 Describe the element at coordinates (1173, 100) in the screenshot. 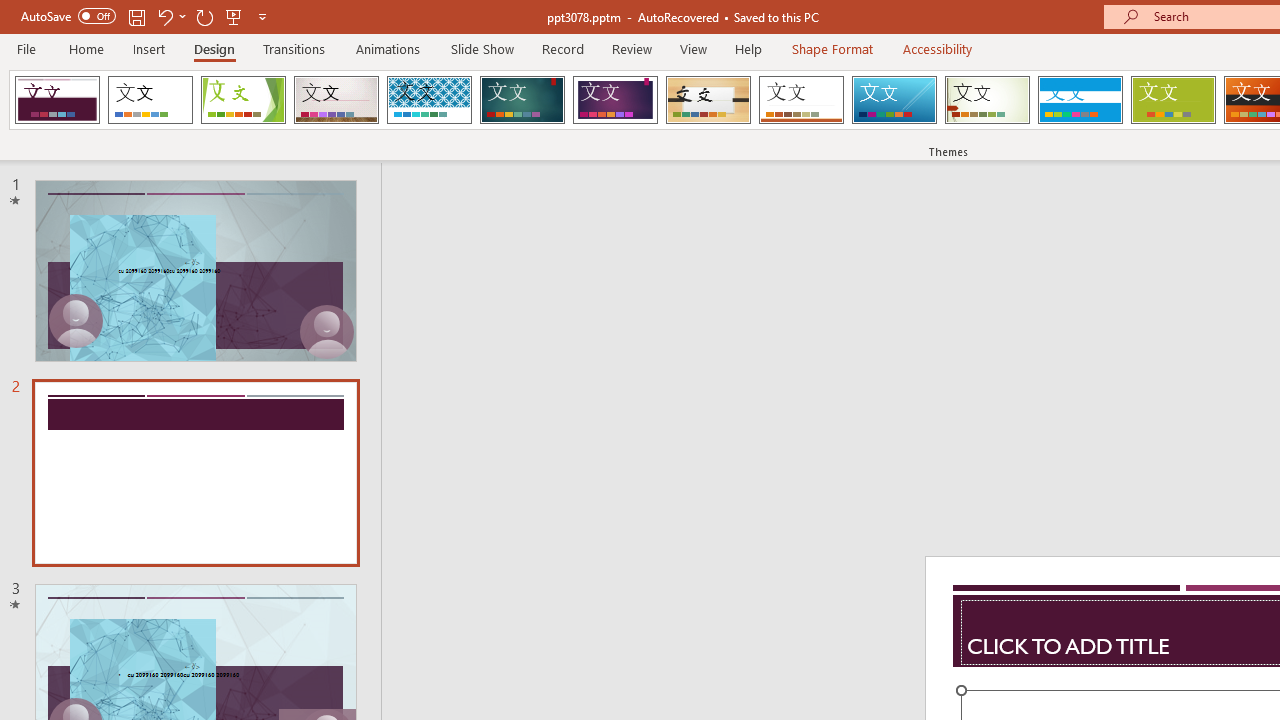

I see `'Basis'` at that location.